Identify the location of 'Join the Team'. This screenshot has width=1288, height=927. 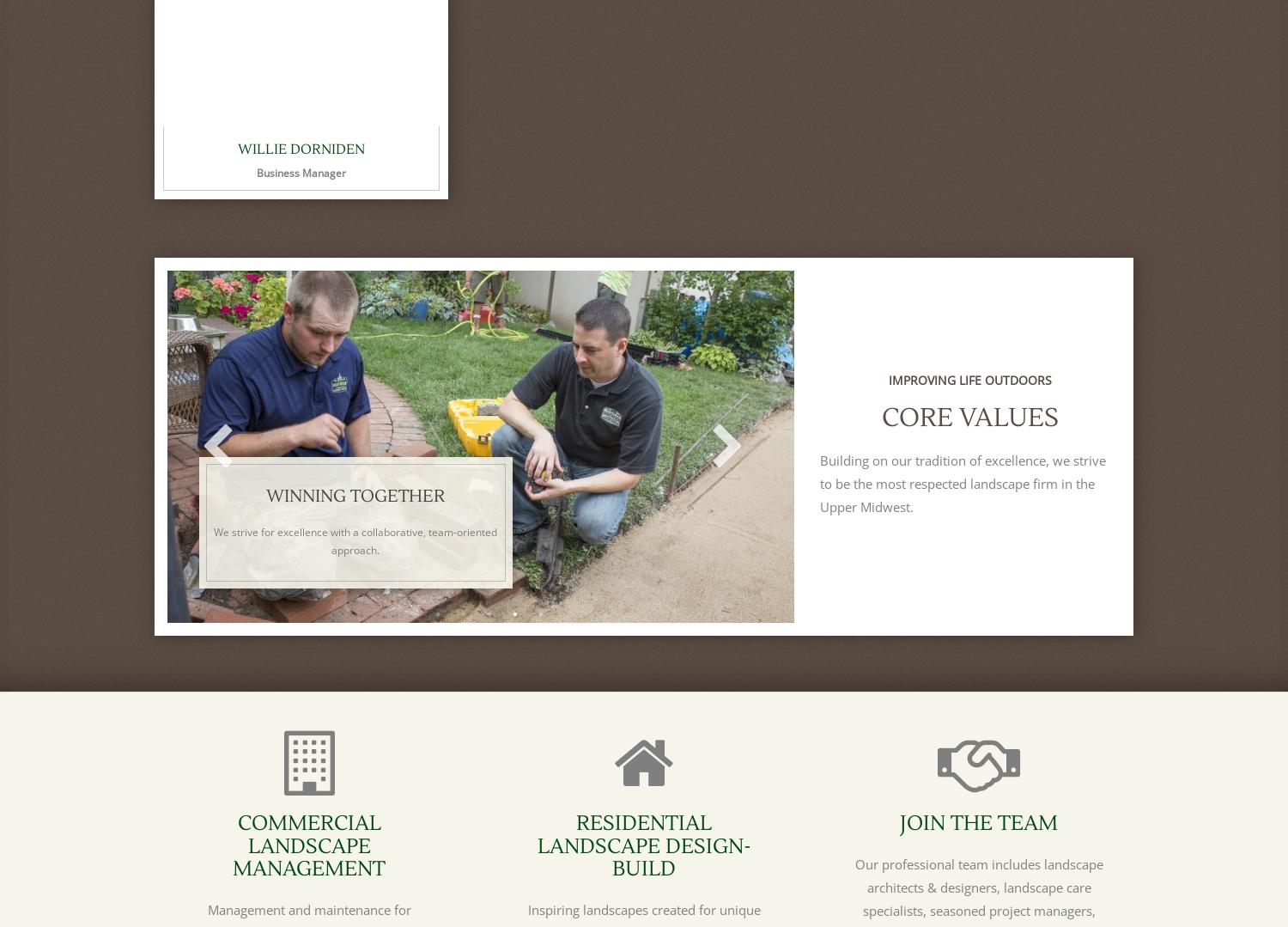
(979, 822).